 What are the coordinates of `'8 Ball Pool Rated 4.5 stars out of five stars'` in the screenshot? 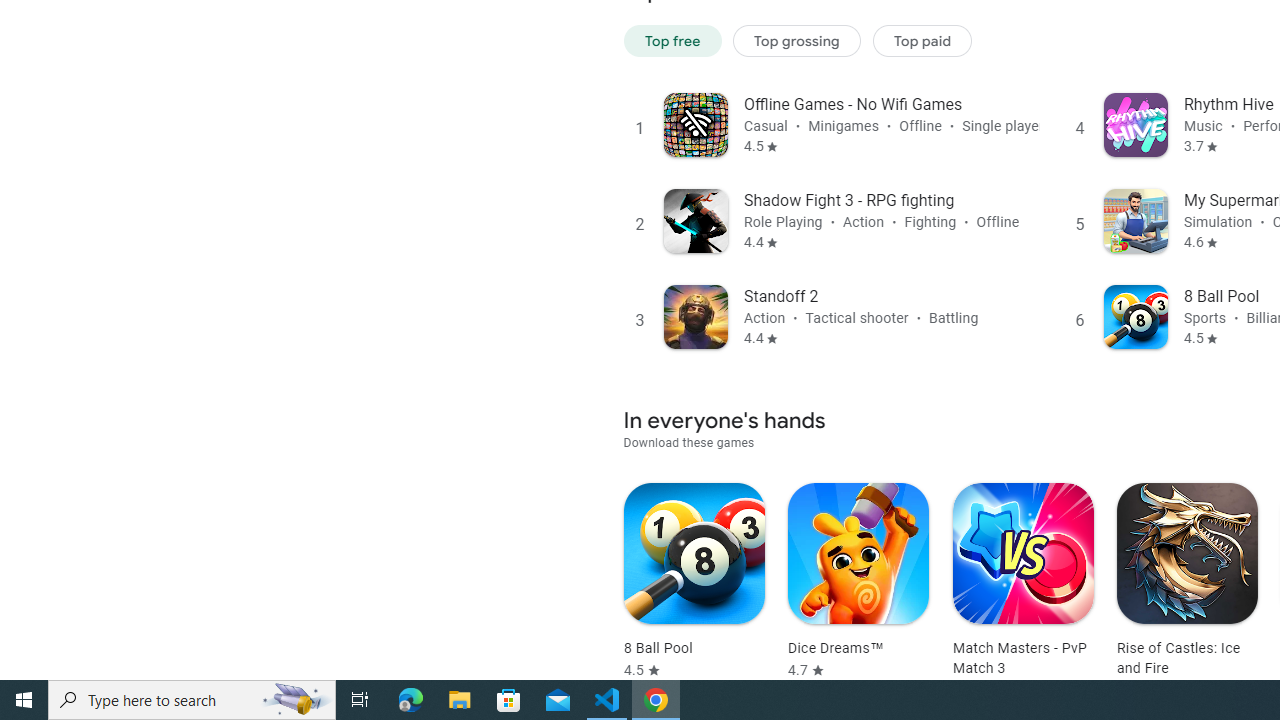 It's located at (694, 581).